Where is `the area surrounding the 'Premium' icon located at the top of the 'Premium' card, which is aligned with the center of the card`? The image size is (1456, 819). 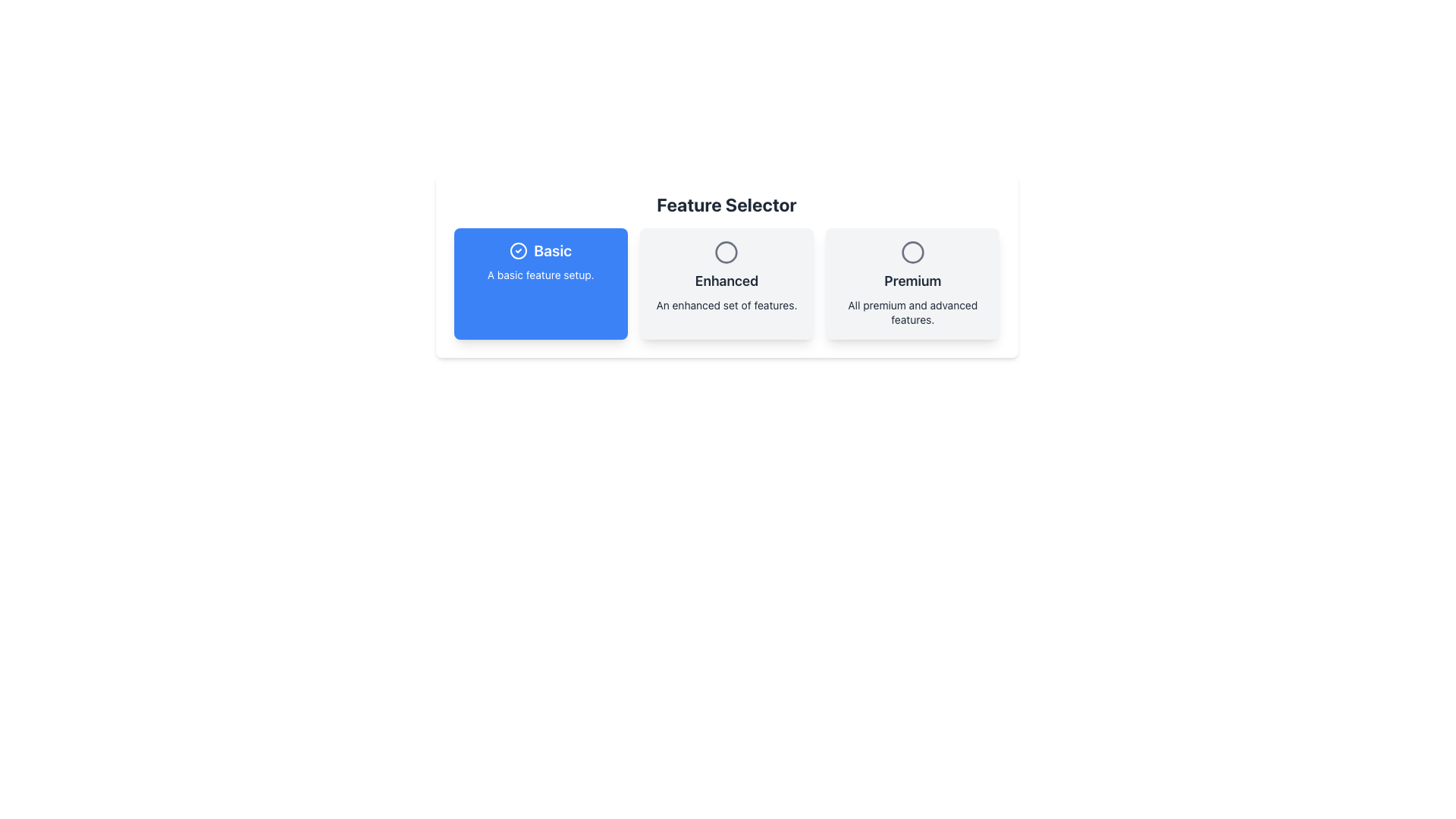 the area surrounding the 'Premium' icon located at the top of the 'Premium' card, which is aligned with the center of the card is located at coordinates (912, 251).